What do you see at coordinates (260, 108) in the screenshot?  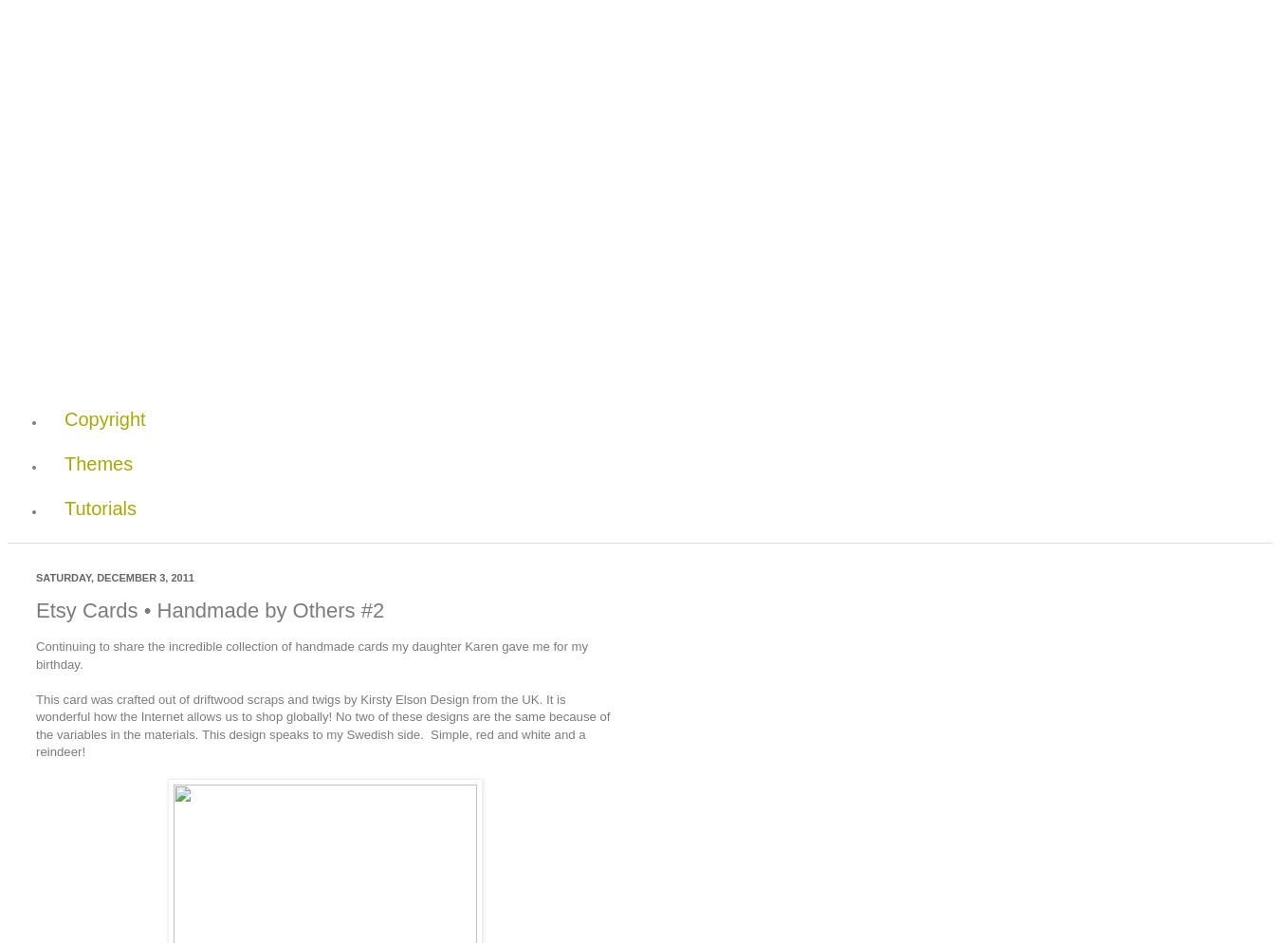 I see `'Ashbee Design'` at bounding box center [260, 108].